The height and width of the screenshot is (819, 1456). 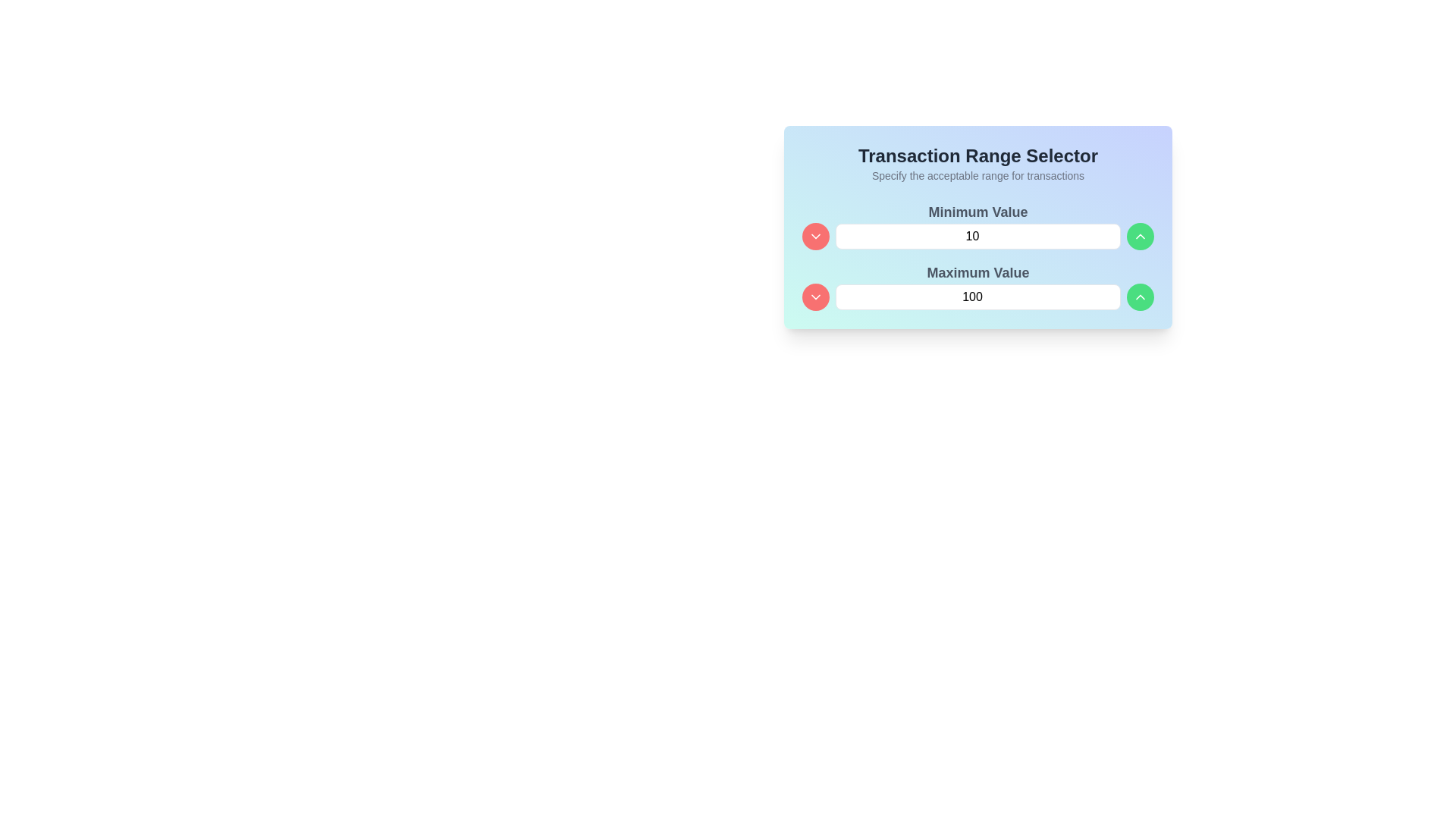 What do you see at coordinates (814, 237) in the screenshot?
I see `the Button with an embedded icon located on the left side next to the 'Minimum Value' input field for keyboard accessibility` at bounding box center [814, 237].